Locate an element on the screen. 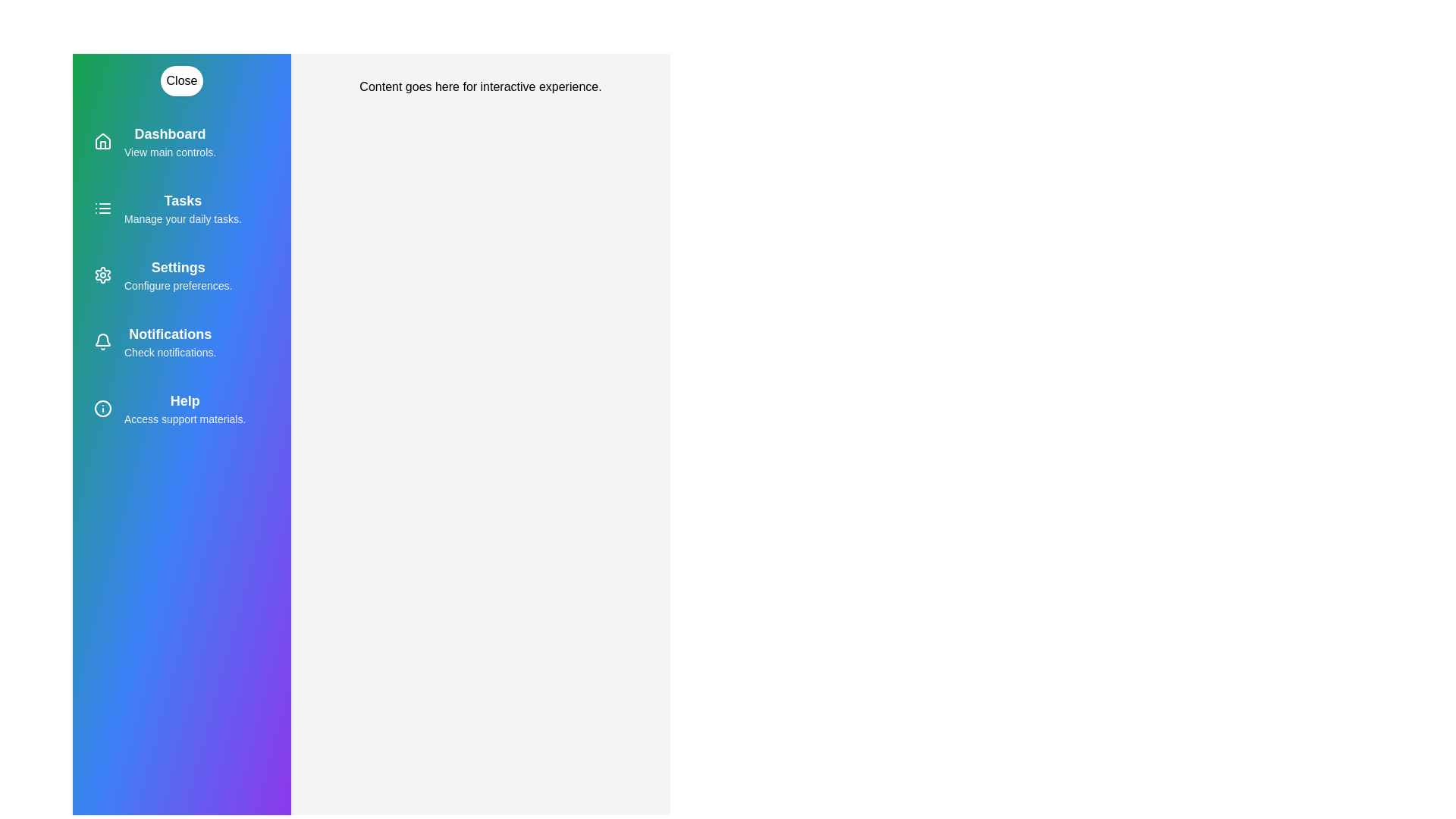  the menu item labeled Tasks to navigate is located at coordinates (182, 208).